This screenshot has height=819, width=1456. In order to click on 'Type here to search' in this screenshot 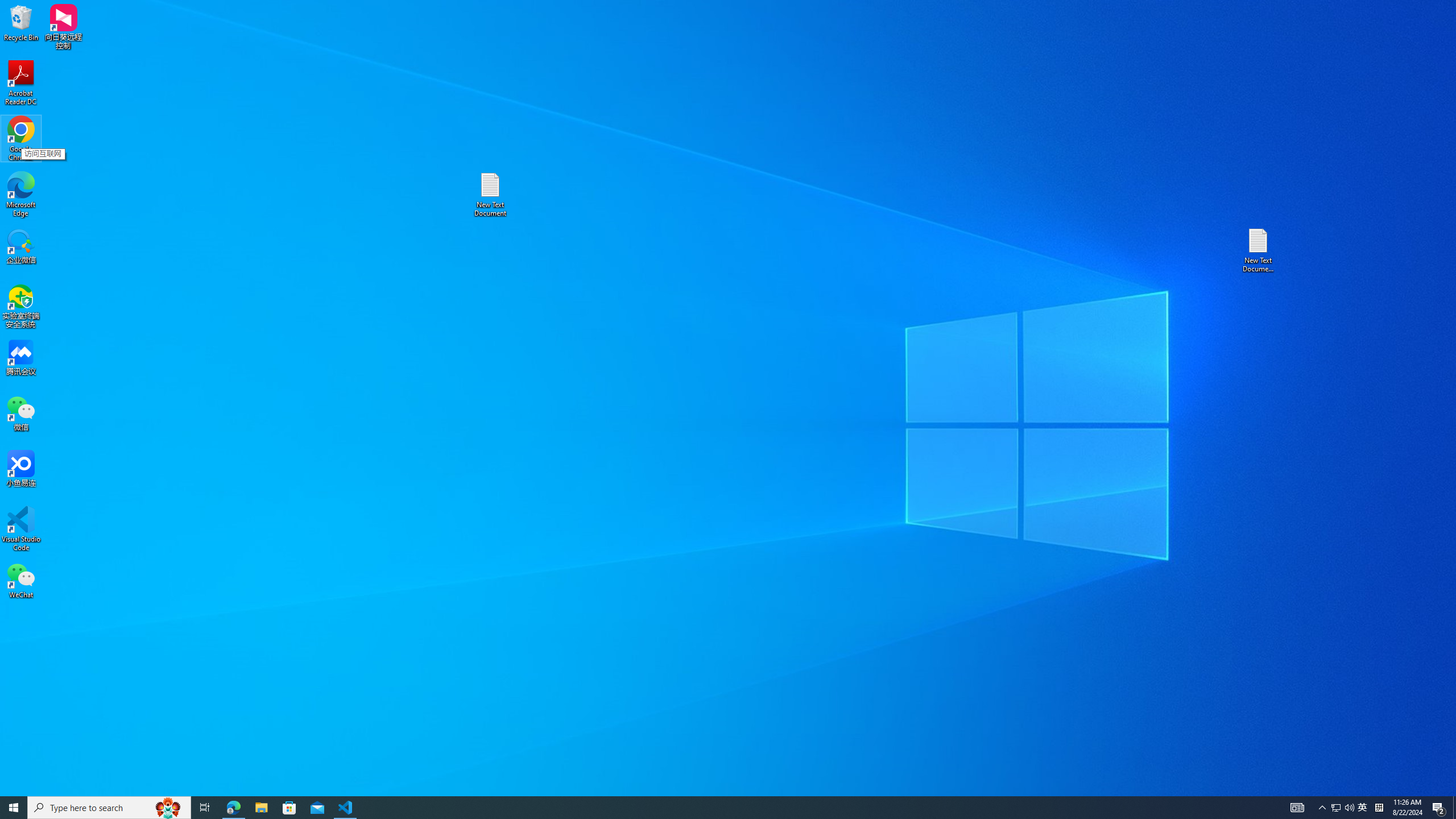, I will do `click(109, 806)`.